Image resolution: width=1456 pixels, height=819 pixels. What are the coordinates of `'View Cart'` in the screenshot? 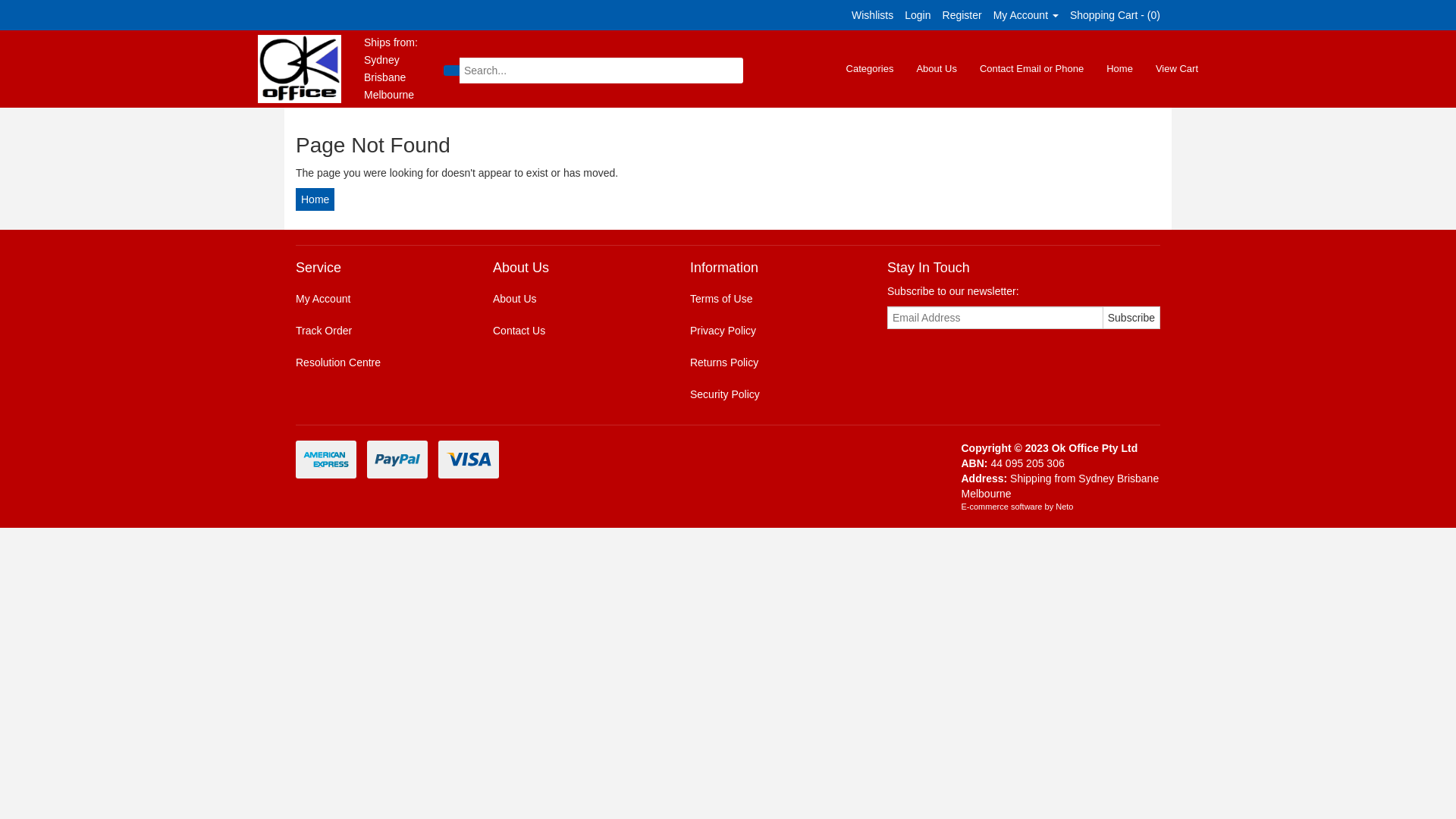 It's located at (1144, 69).